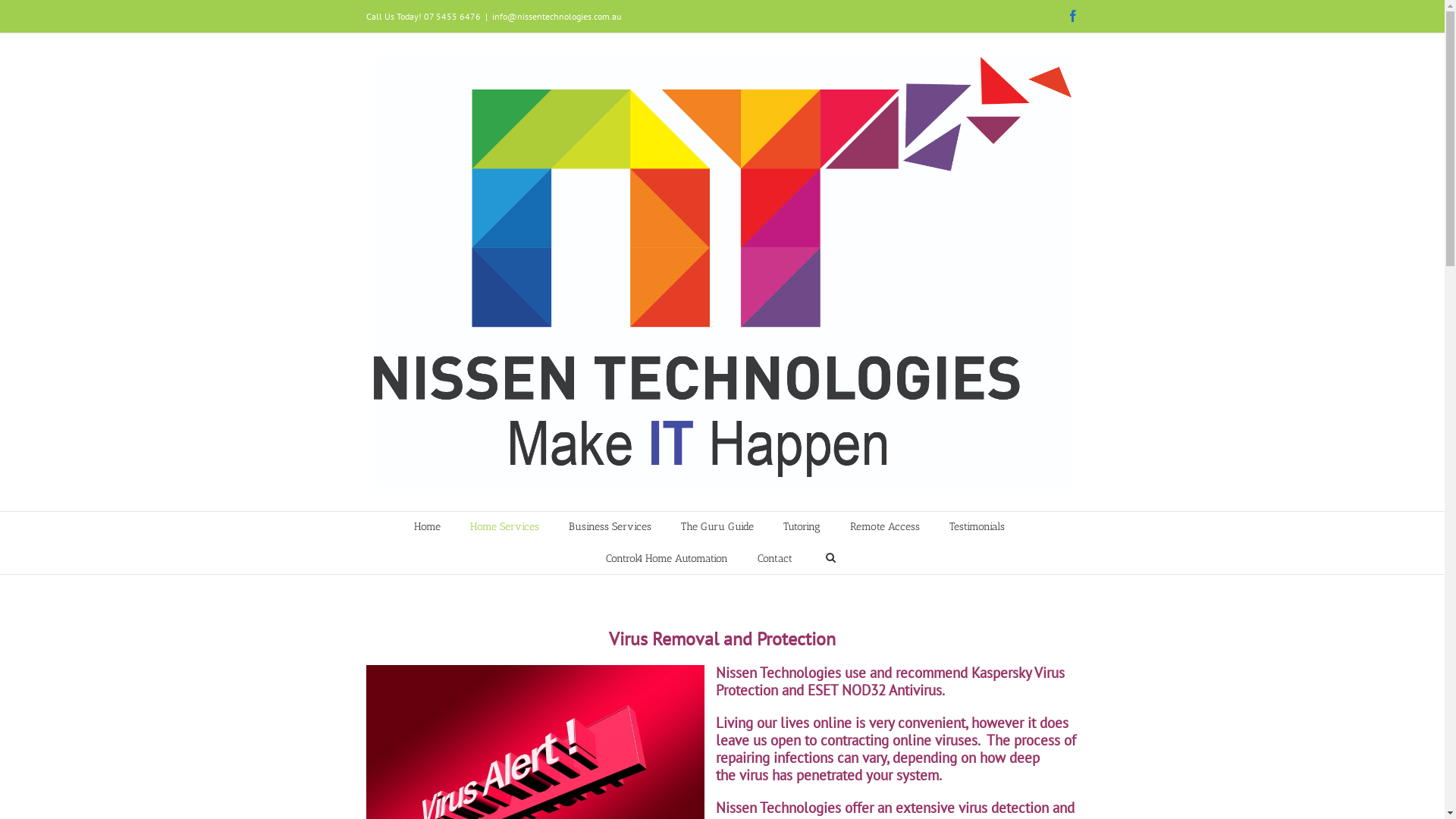  I want to click on 'Control4 Home Automation', so click(666, 558).